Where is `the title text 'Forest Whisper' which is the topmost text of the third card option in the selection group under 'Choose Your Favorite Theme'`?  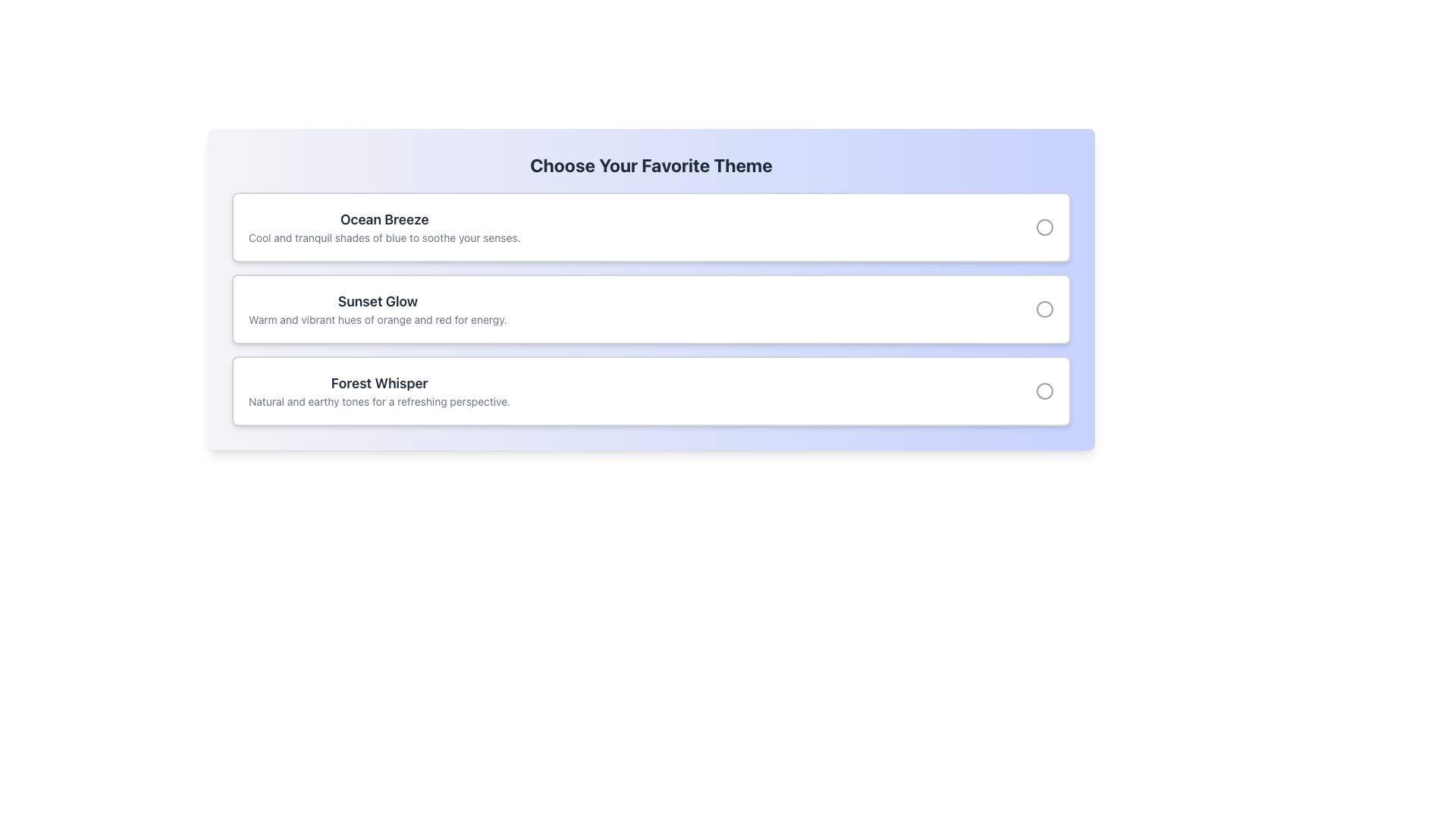
the title text 'Forest Whisper' which is the topmost text of the third card option in the selection group under 'Choose Your Favorite Theme' is located at coordinates (379, 382).